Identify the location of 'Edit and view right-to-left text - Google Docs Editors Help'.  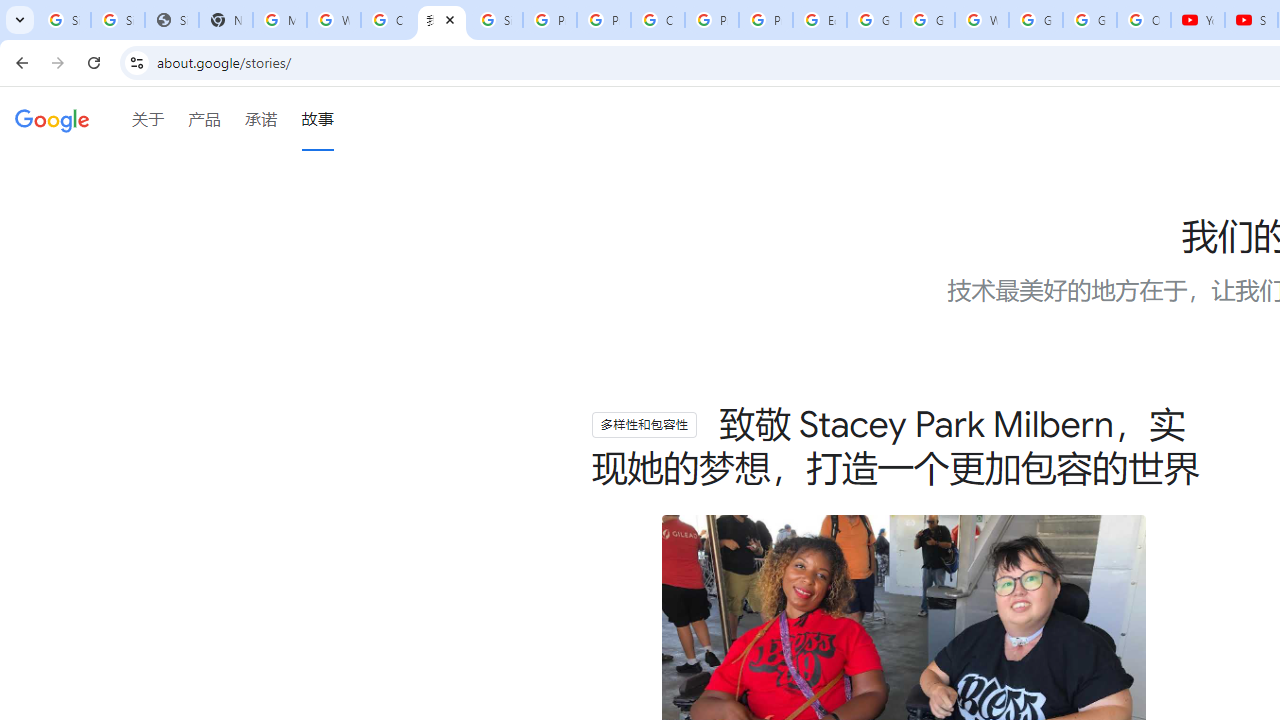
(819, 20).